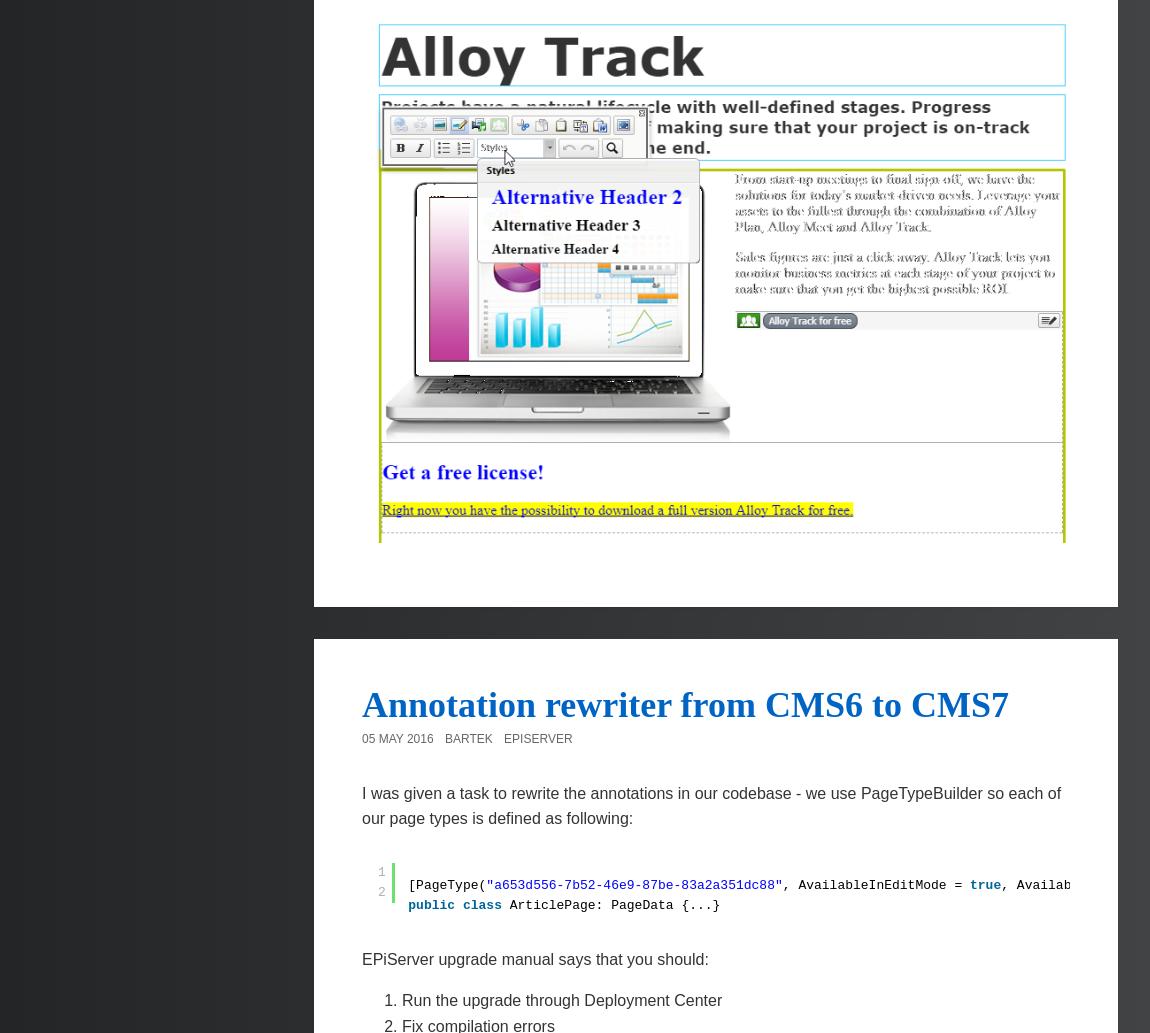 The width and height of the screenshot is (1150, 1033). I want to click on 'ArticlePage: PageData {...}', so click(613, 903).